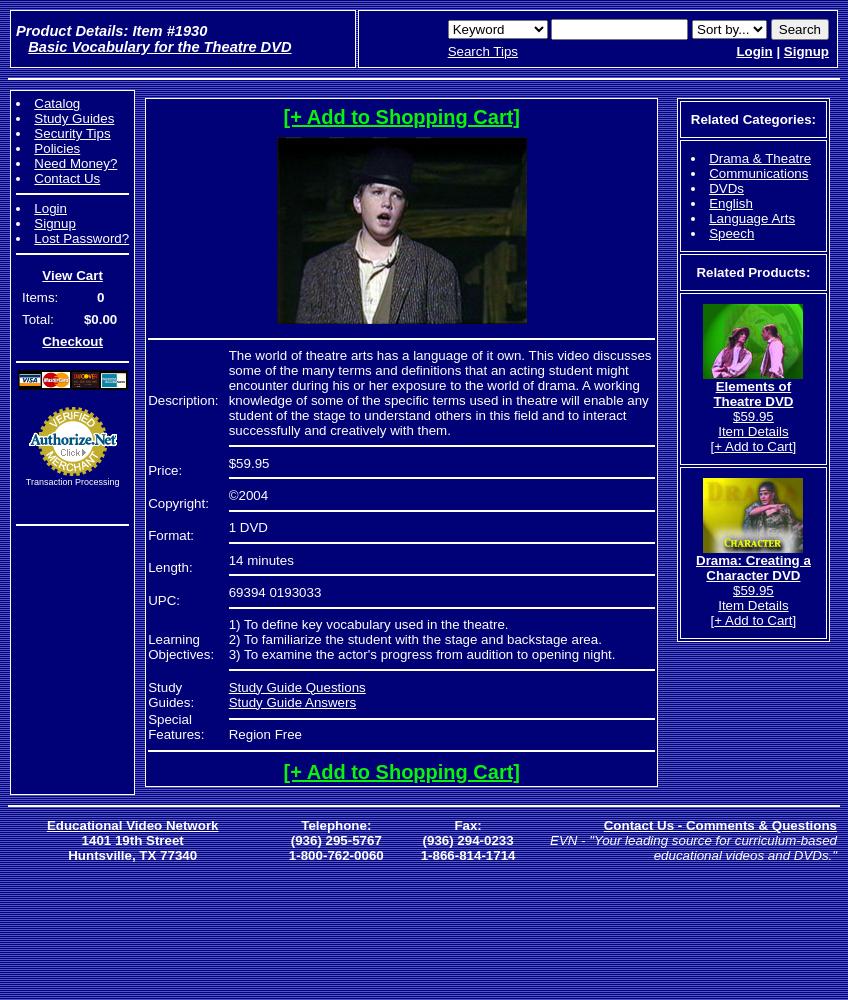  What do you see at coordinates (83, 317) in the screenshot?
I see `'$0.00'` at bounding box center [83, 317].